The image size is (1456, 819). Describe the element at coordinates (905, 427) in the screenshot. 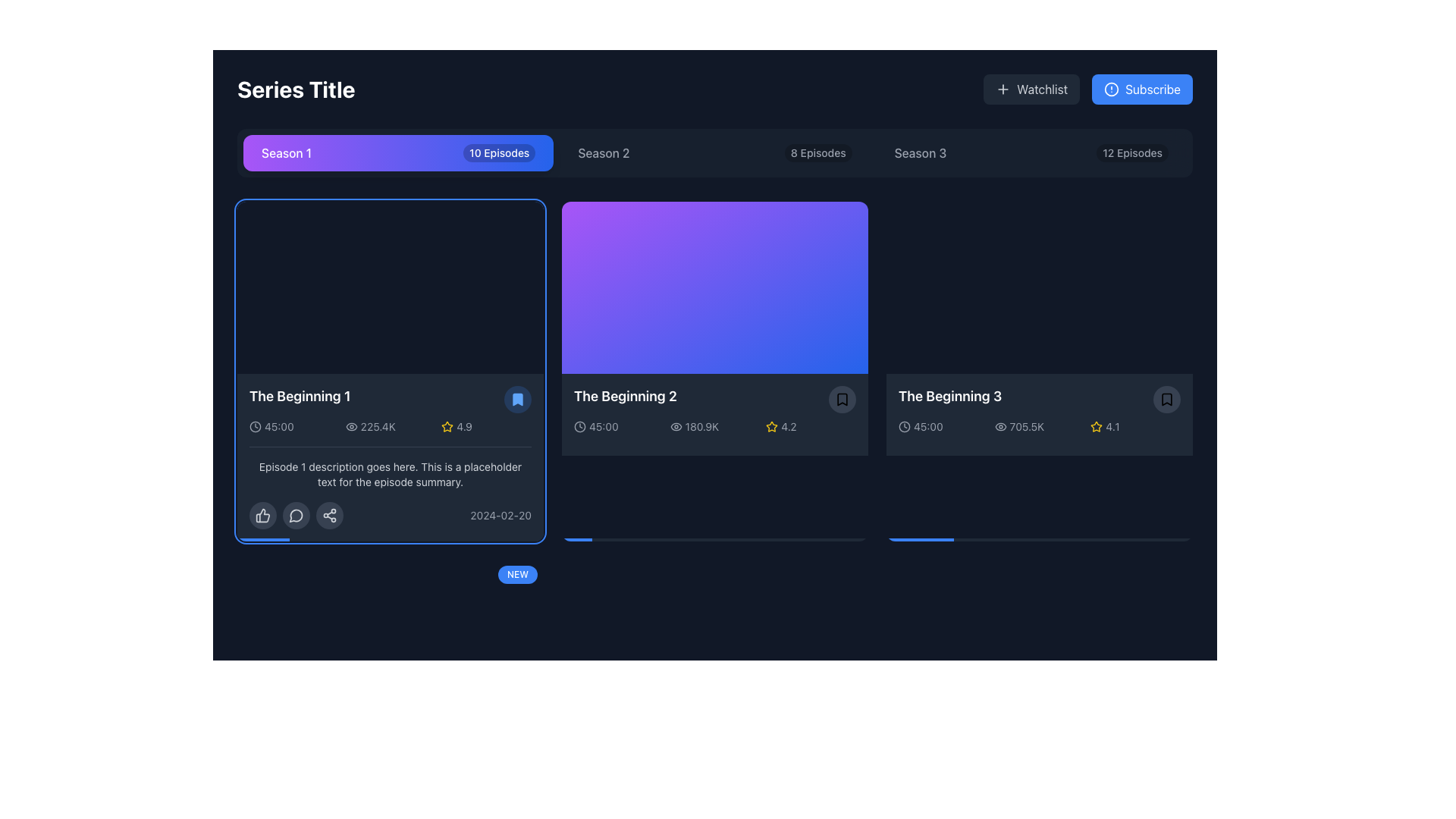

I see `the currentTime indicator portion of the clock illustration within the metadata section of the card named 'The Beginning 3'` at that location.